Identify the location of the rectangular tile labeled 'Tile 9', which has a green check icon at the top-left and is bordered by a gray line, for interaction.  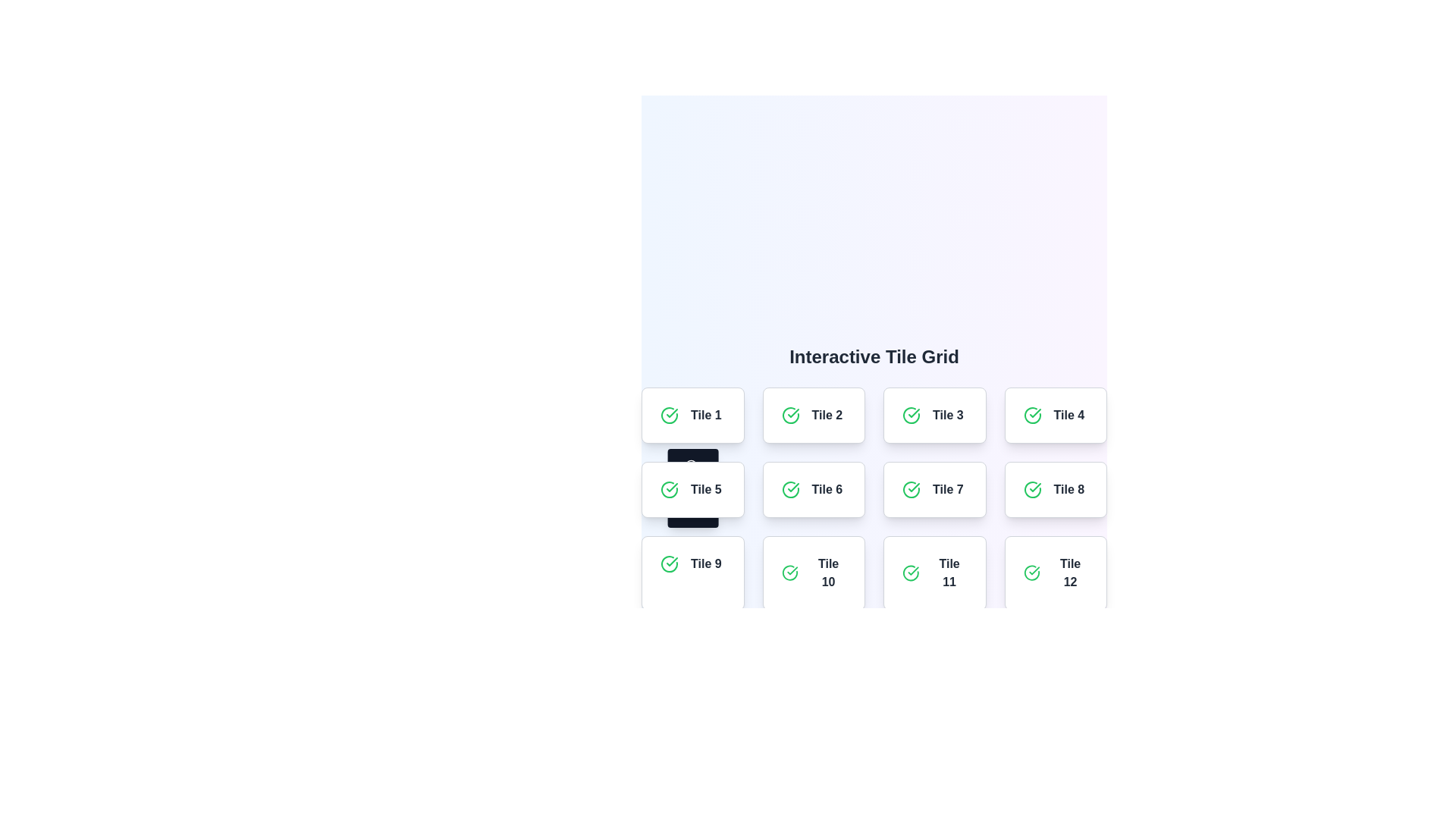
(692, 573).